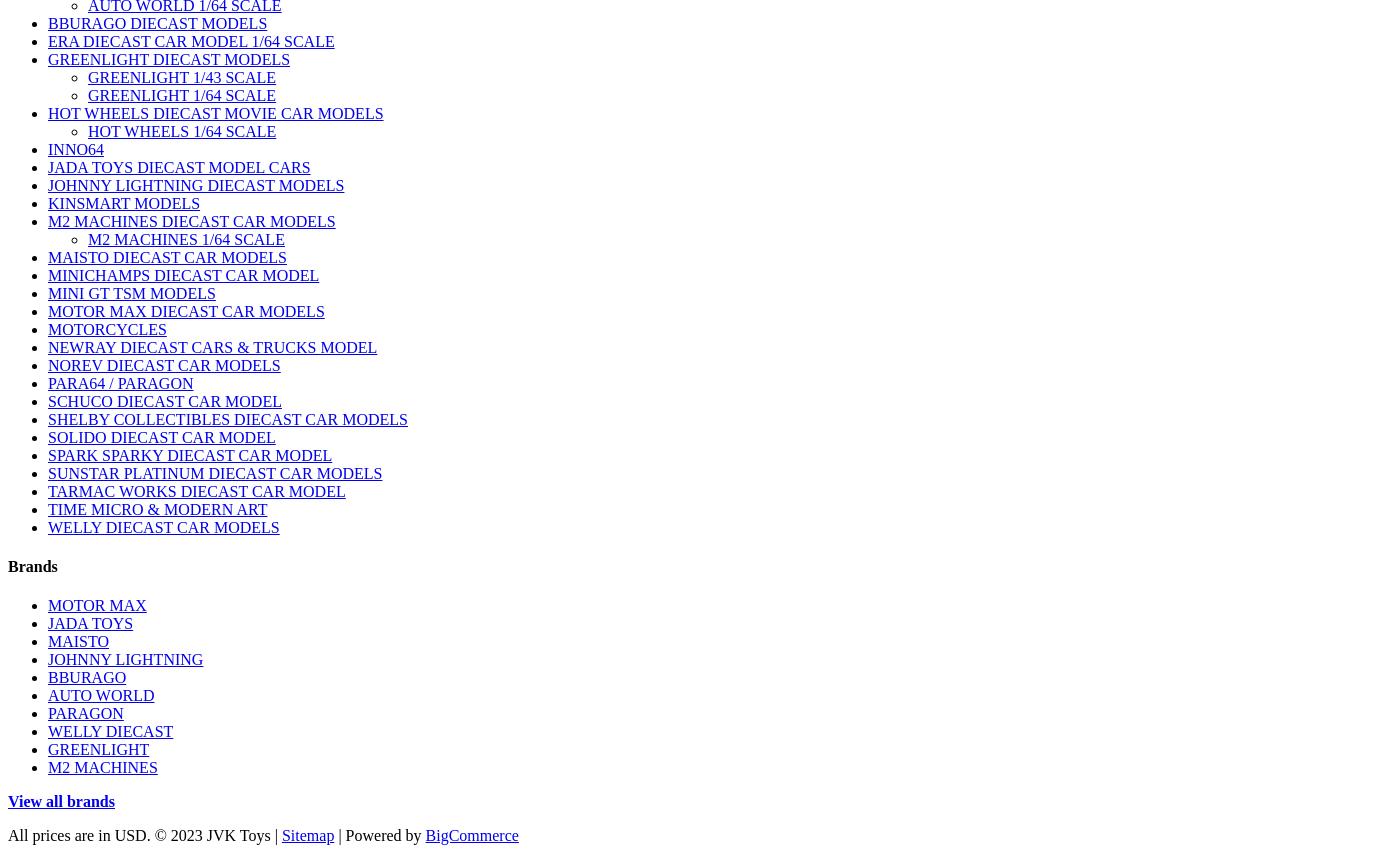 Image resolution: width=1400 pixels, height=860 pixels. What do you see at coordinates (228, 417) in the screenshot?
I see `'SHELBY COLLECTIBLES DIECAST CAR MODELS'` at bounding box center [228, 417].